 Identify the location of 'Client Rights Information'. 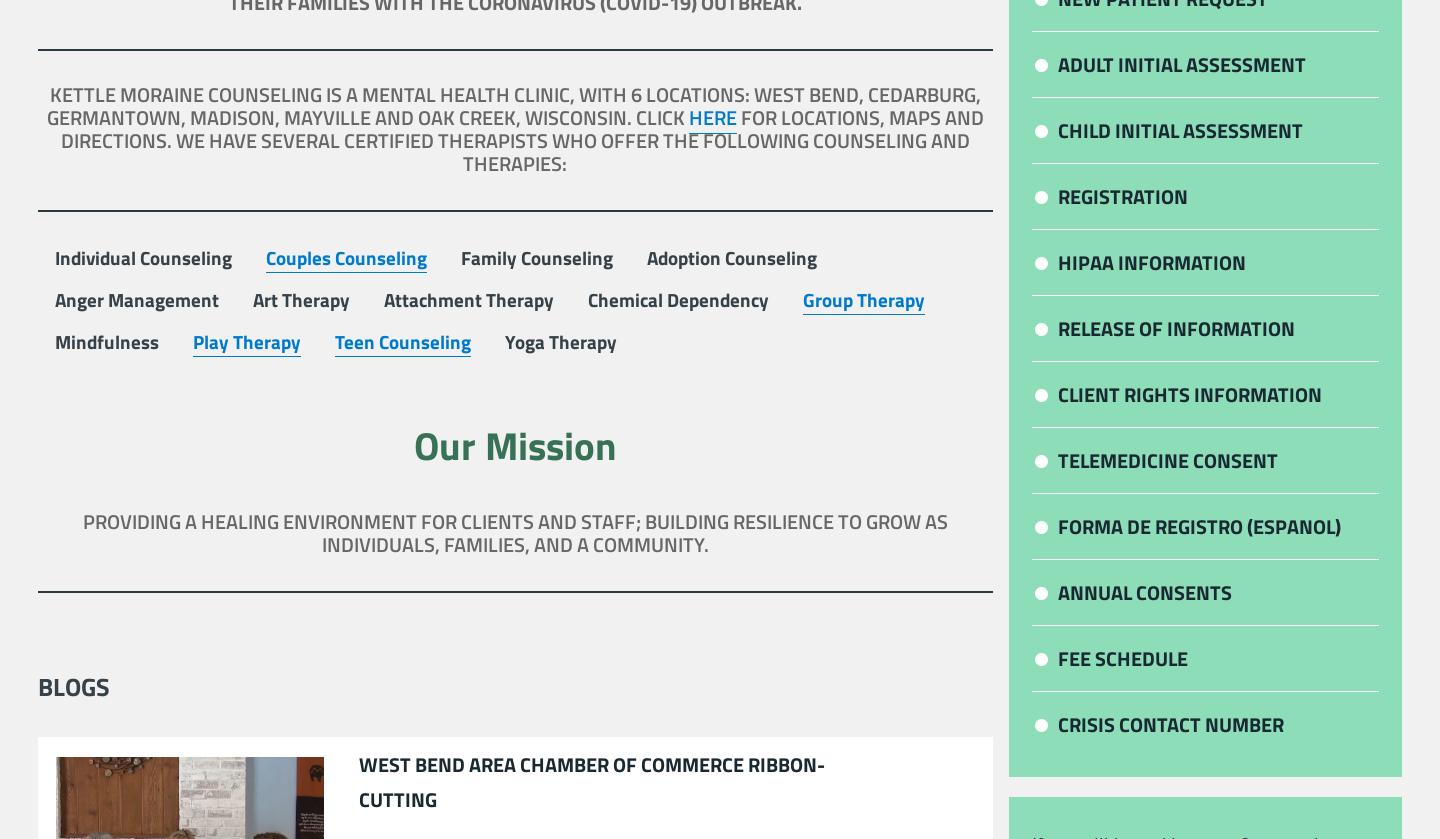
(1190, 394).